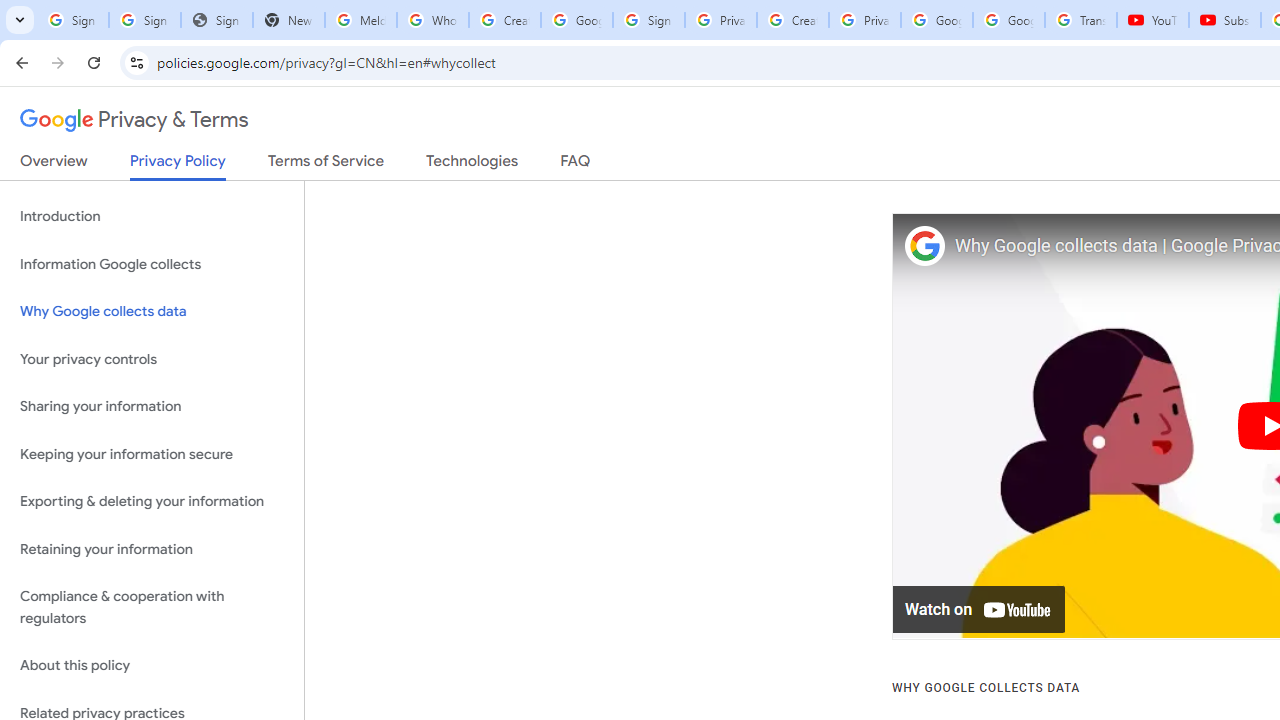 Image resolution: width=1280 pixels, height=720 pixels. What do you see at coordinates (151, 454) in the screenshot?
I see `'Keeping your information secure'` at bounding box center [151, 454].